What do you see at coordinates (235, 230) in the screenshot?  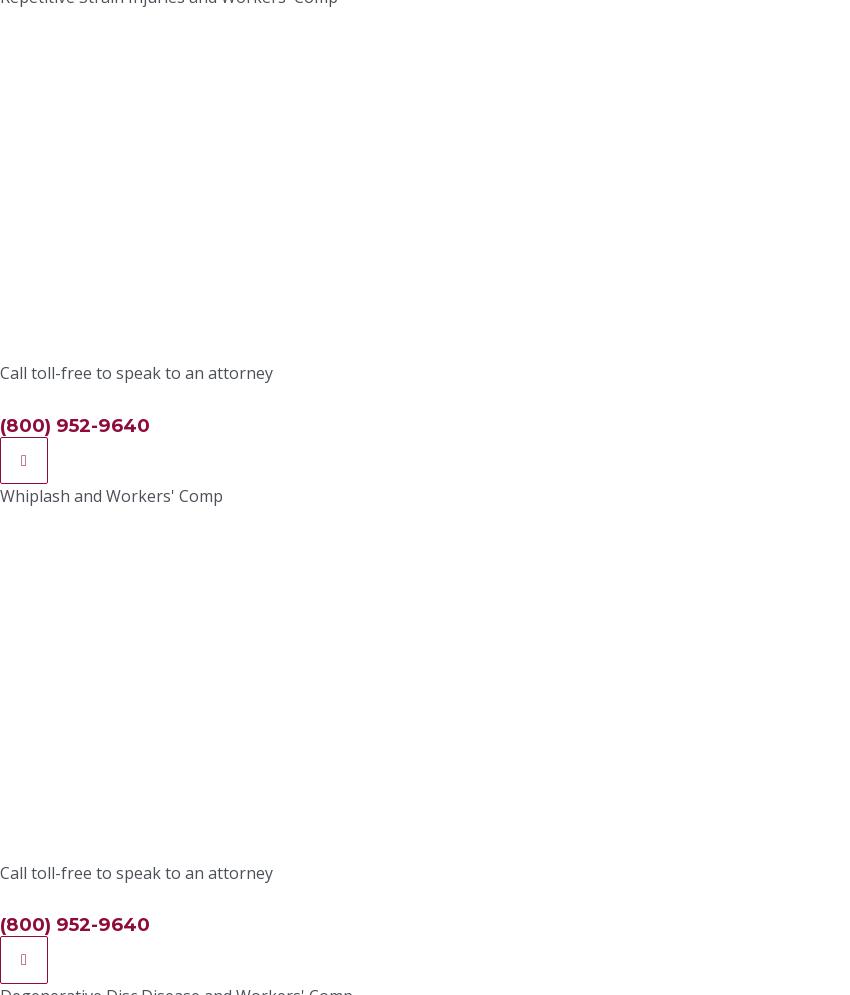 I see `'Hearing Loss'` at bounding box center [235, 230].